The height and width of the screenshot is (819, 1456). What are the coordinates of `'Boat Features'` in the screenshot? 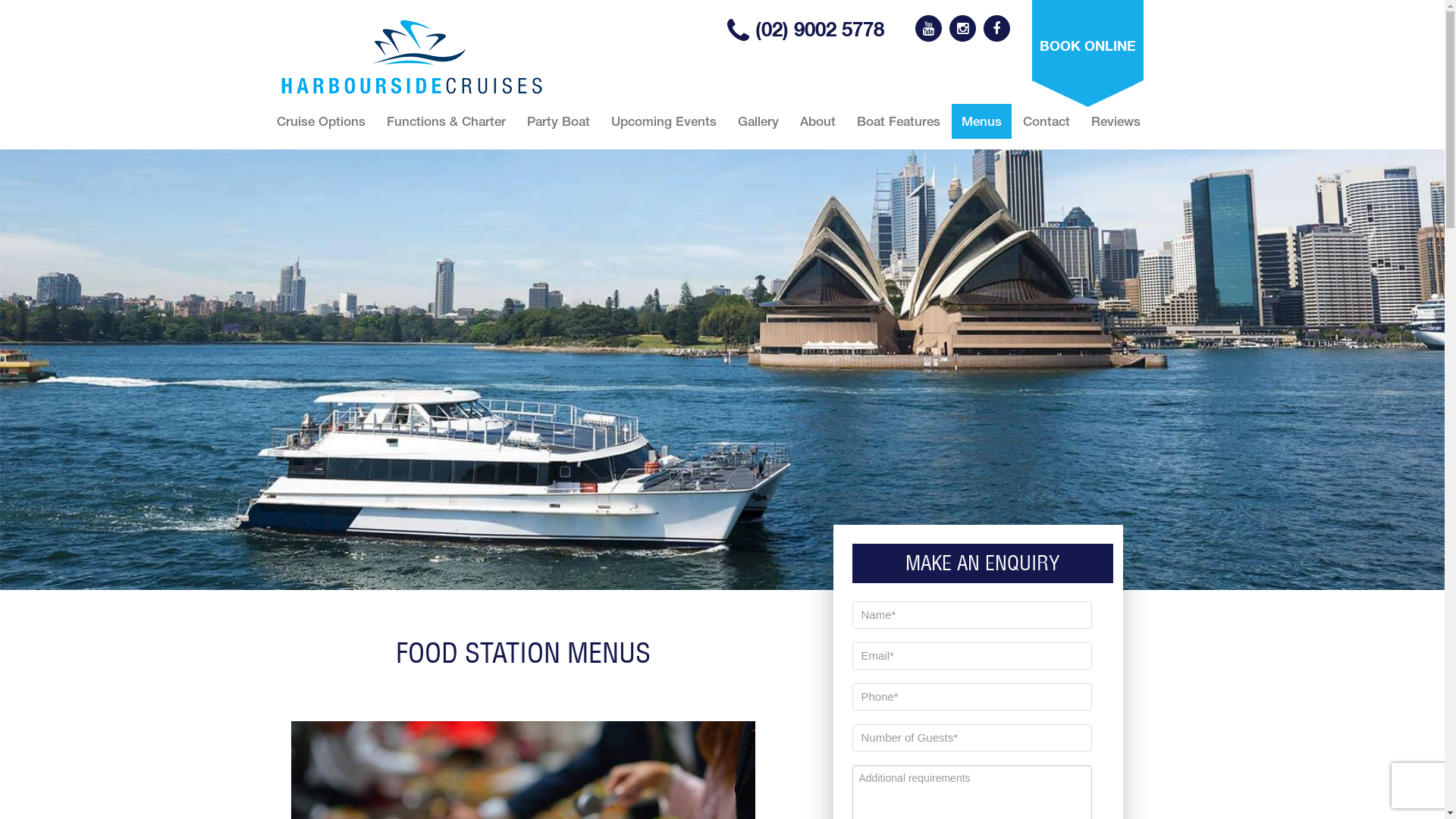 It's located at (898, 120).